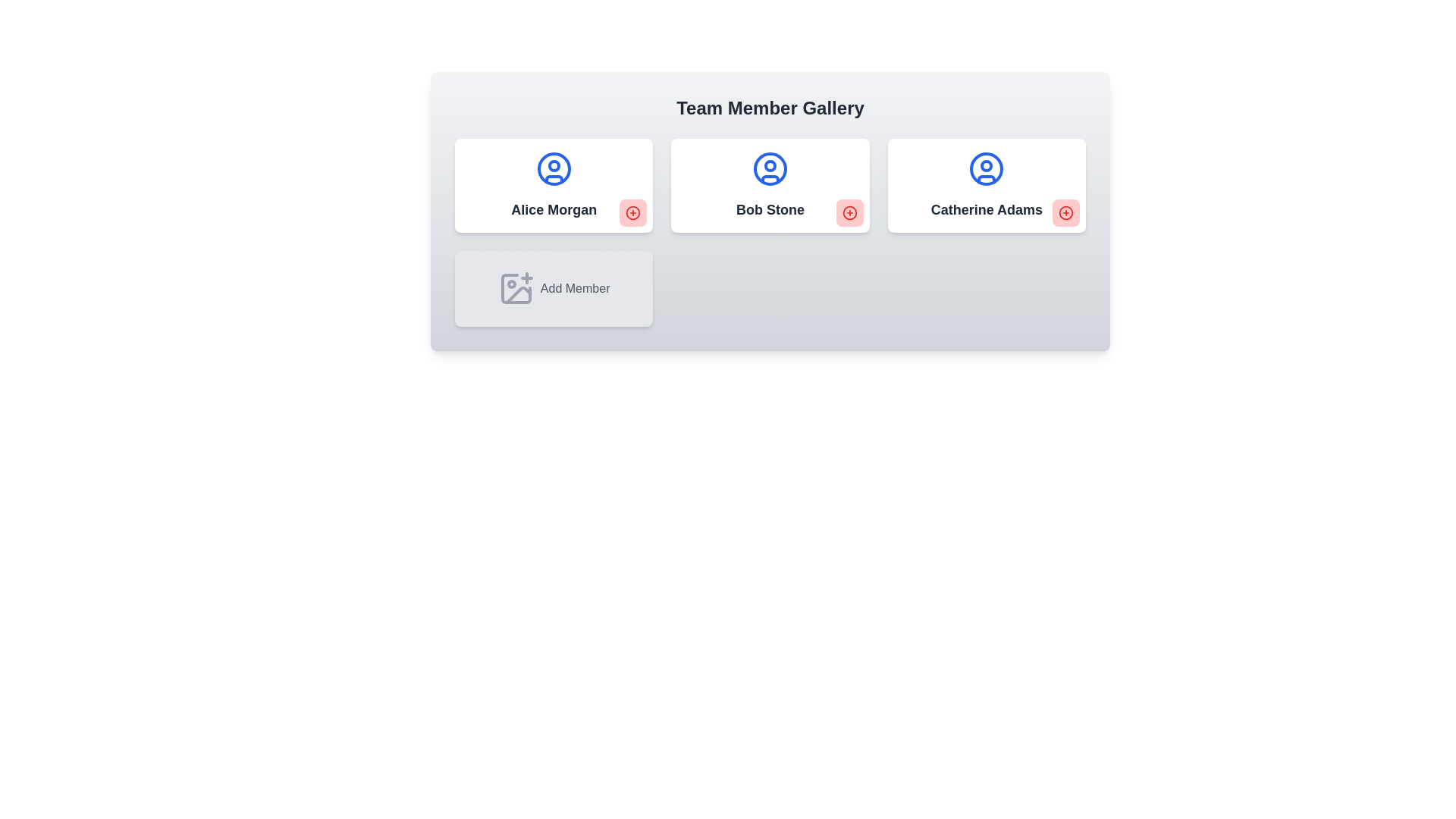 This screenshot has height=819, width=1456. Describe the element at coordinates (987, 169) in the screenshot. I see `the outermost circle of the user icon in the 'Catherine Adams' card, which frames the inner elements of the icon` at that location.